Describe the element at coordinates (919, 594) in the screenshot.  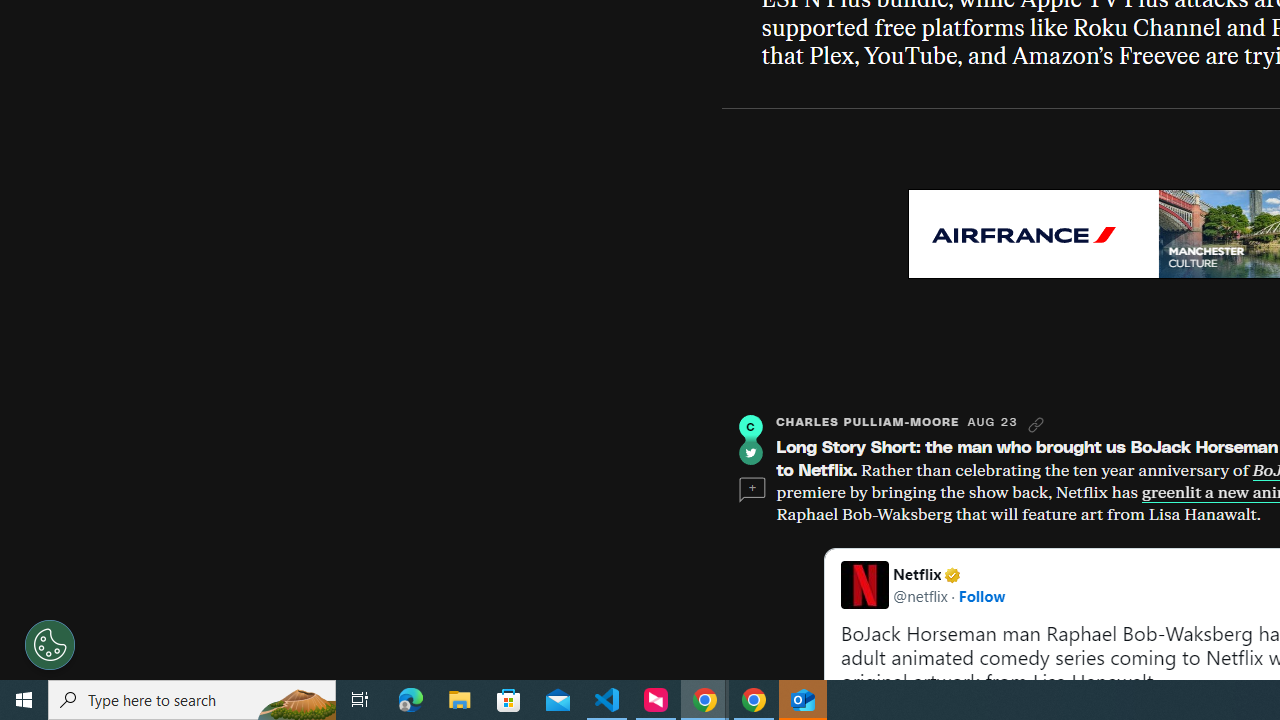
I see `'@netflix'` at that location.